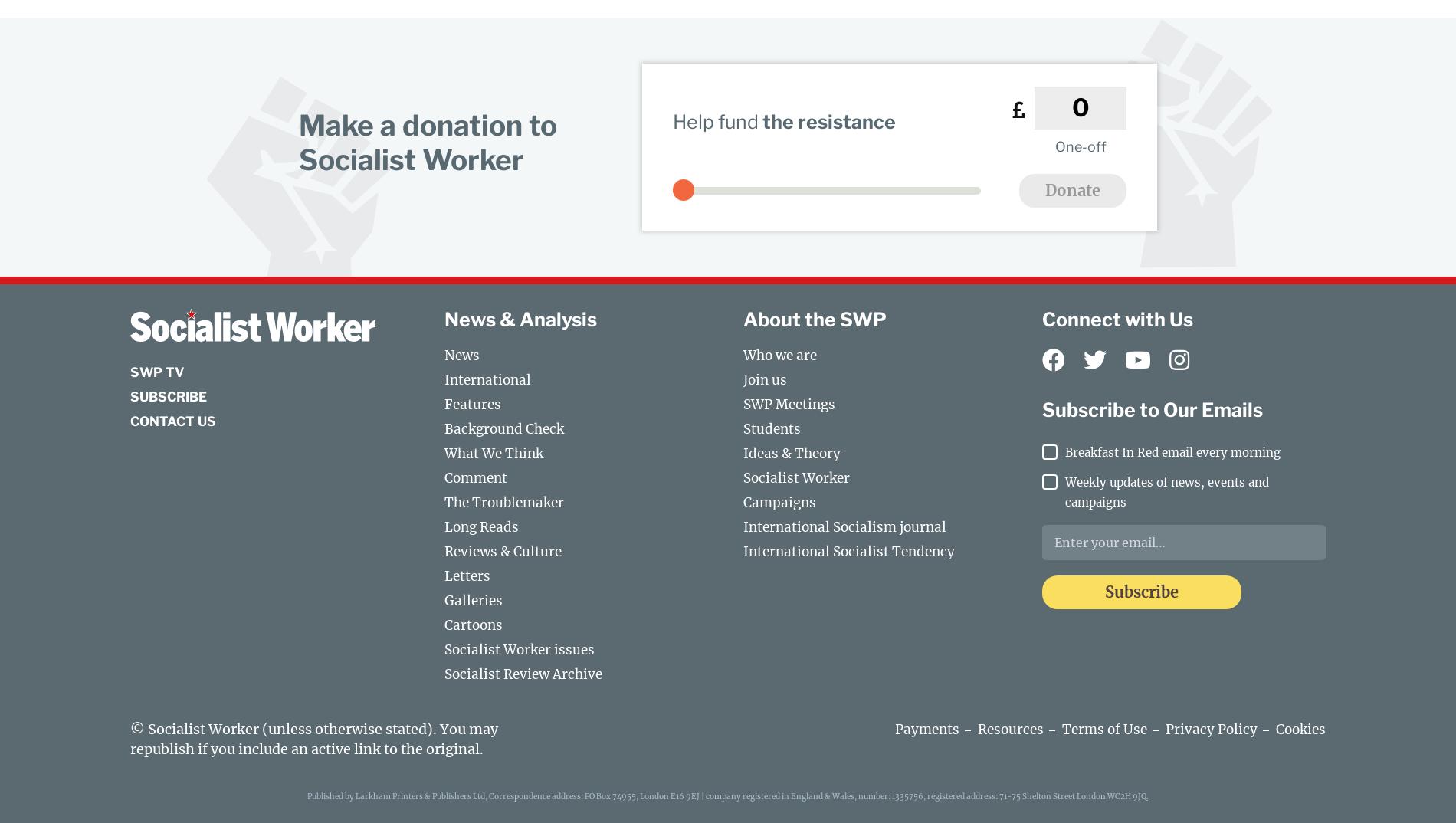  Describe the element at coordinates (1071, 189) in the screenshot. I see `'Donate'` at that location.